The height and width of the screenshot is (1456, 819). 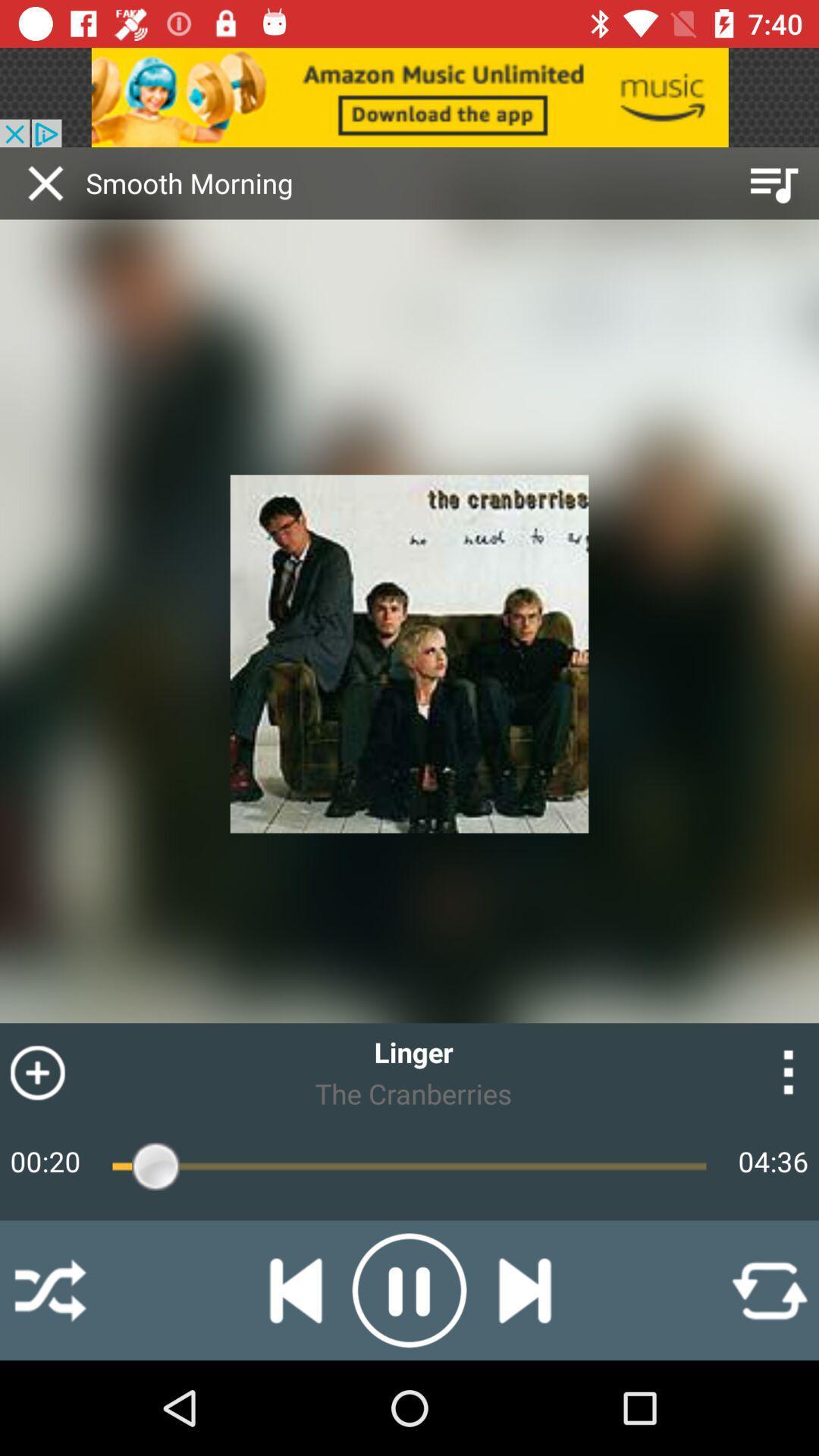 I want to click on the more icon, so click(x=788, y=1072).